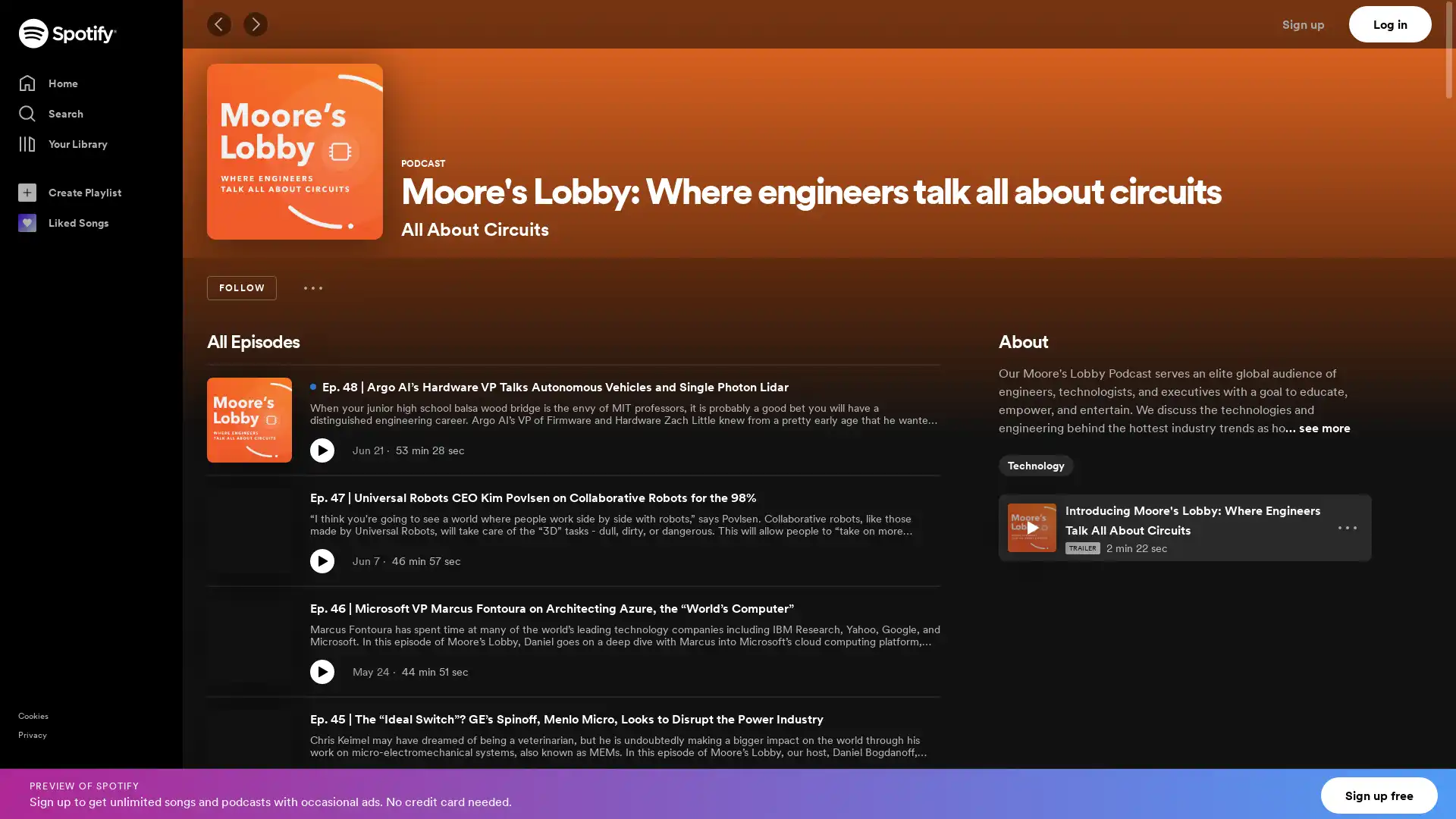  I want to click on Log in, so click(1390, 24).